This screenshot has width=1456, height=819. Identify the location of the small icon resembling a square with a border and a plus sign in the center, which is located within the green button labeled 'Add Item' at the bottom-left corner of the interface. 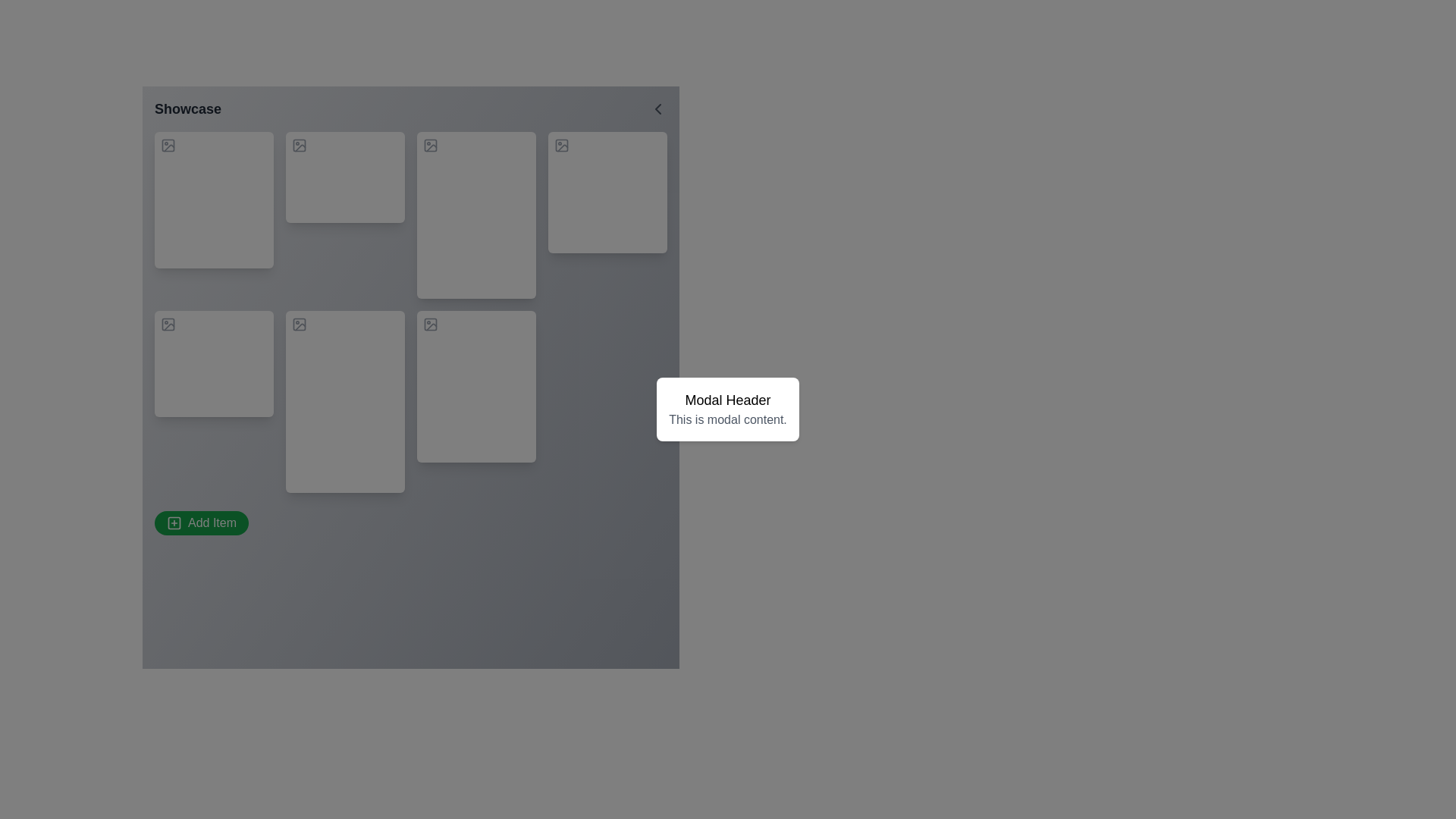
(174, 522).